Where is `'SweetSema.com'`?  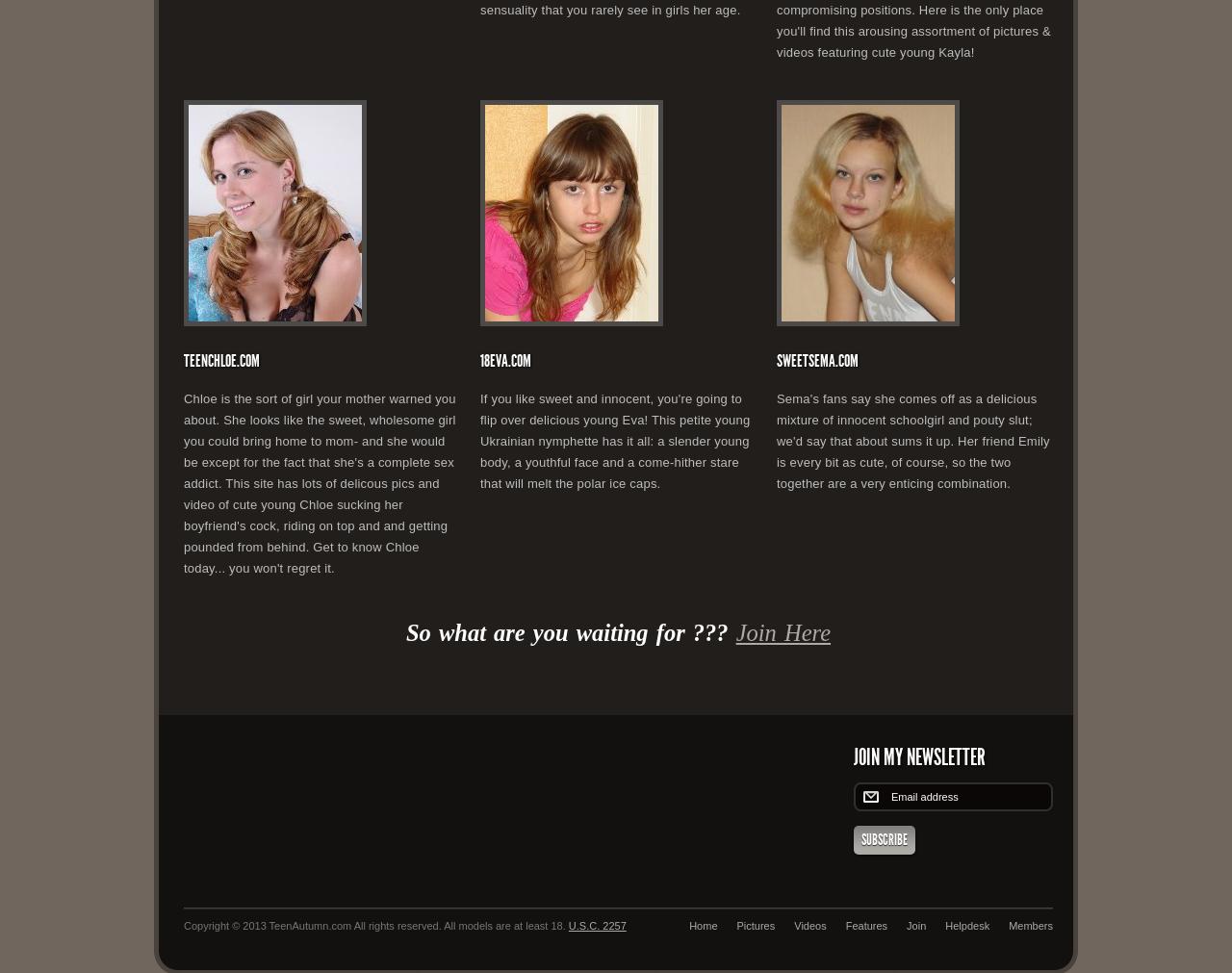
'SweetSema.com' is located at coordinates (817, 359).